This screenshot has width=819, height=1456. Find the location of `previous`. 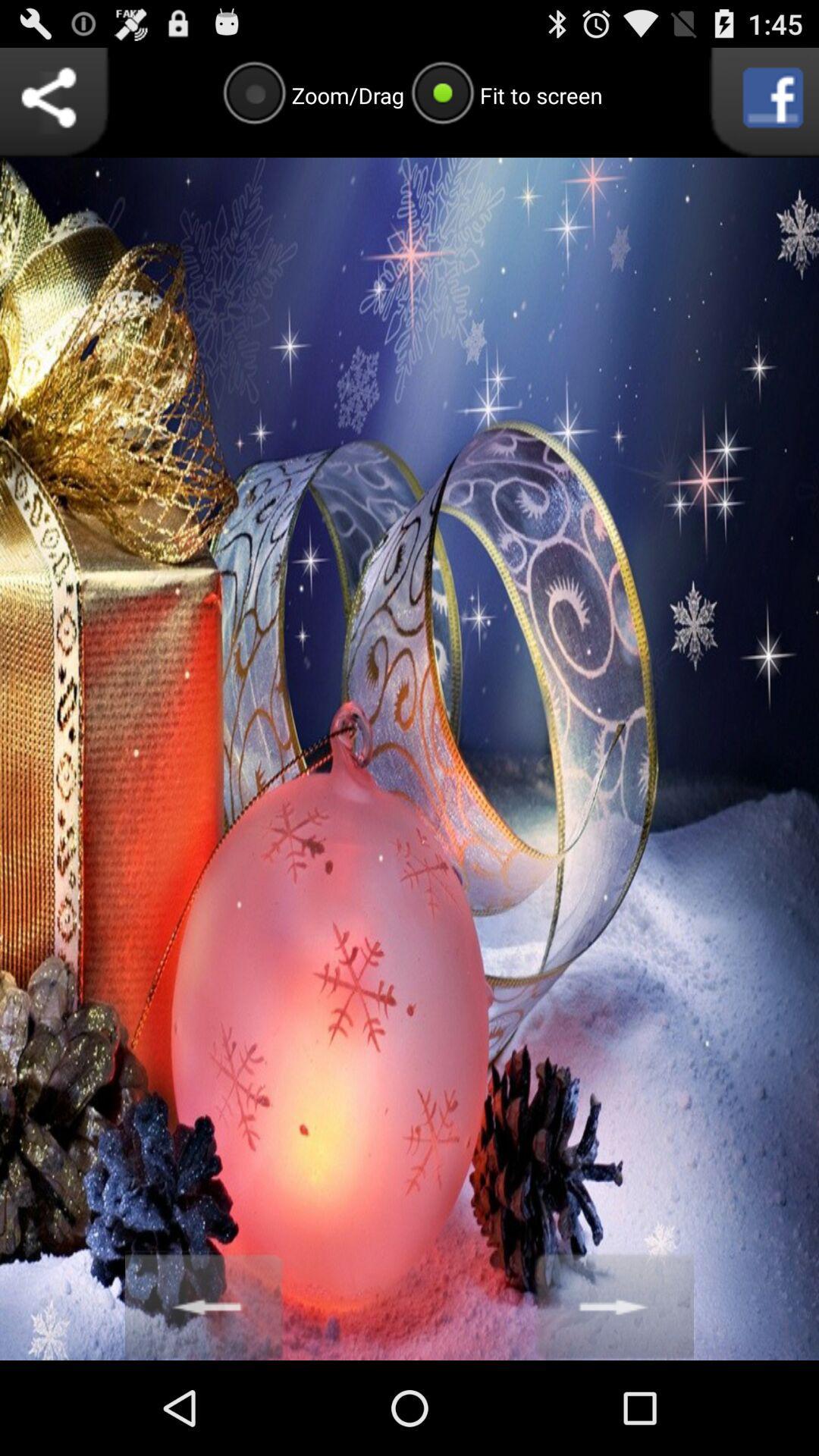

previous is located at coordinates (205, 1304).